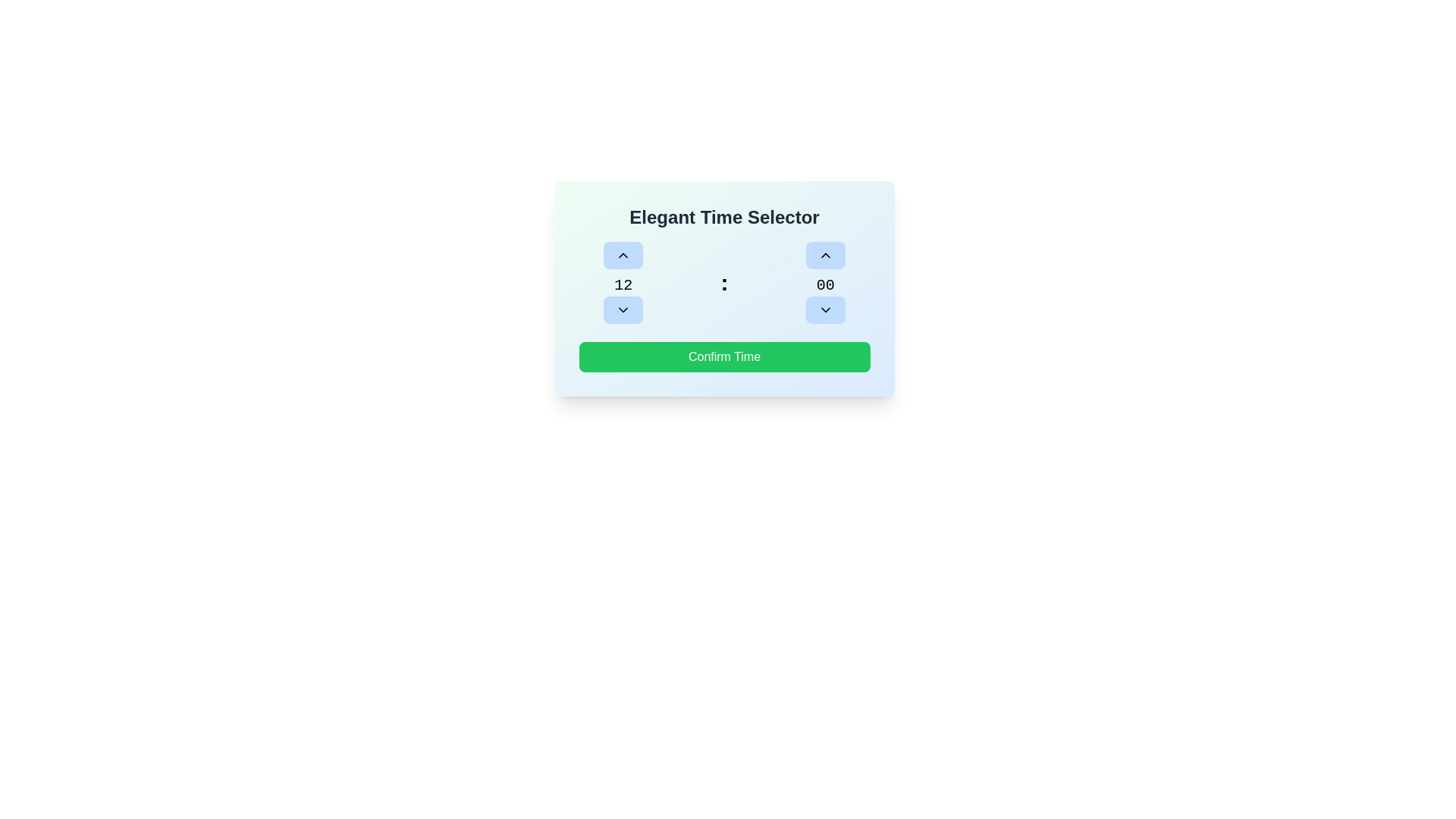  I want to click on the downward chevron button with rounded corners and a light blue background, located below the text '00' in the time selector component, so click(824, 309).